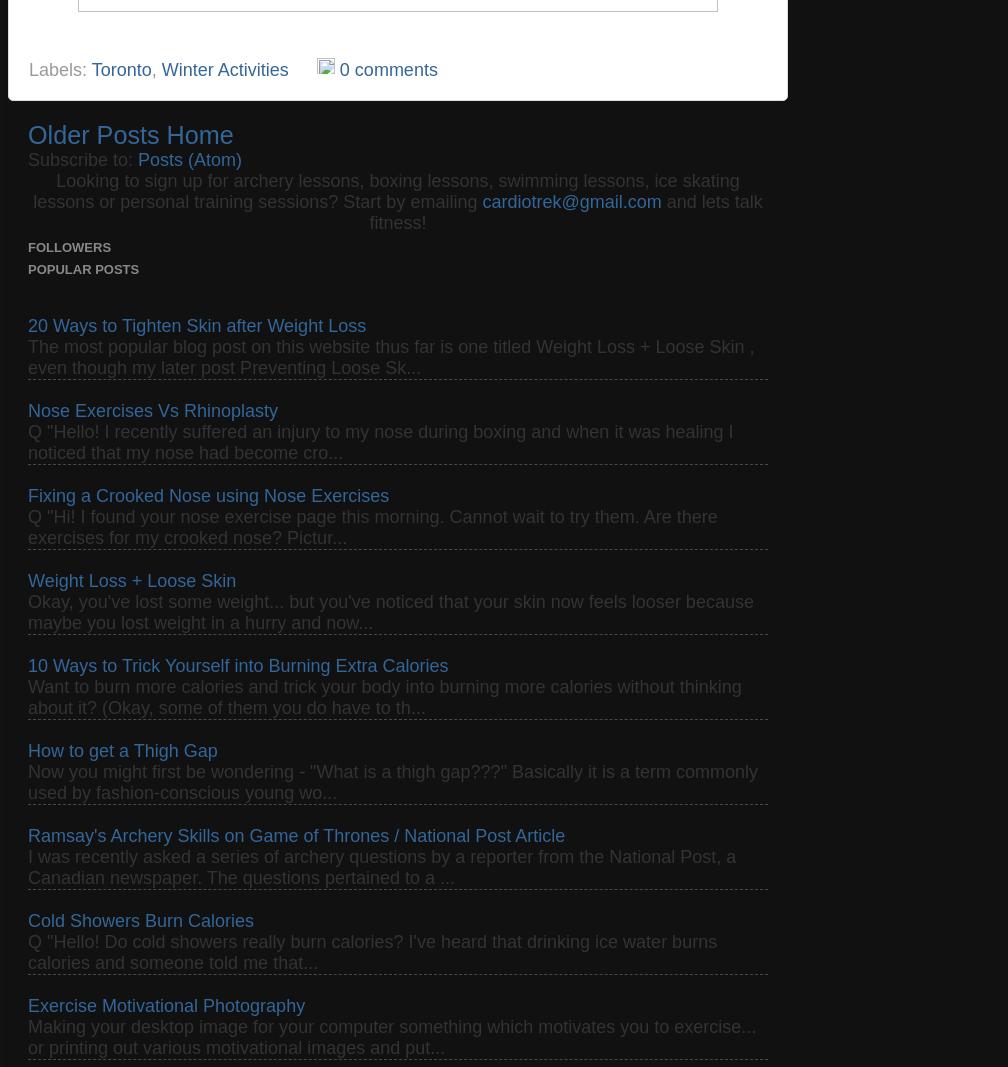  Describe the element at coordinates (28, 525) in the screenshot. I see `'Q    "Hi!      I found your nose exercise page this  morning. Cannot wait to try them. Are there exercises for my crooked  nose? Pictur...'` at that location.